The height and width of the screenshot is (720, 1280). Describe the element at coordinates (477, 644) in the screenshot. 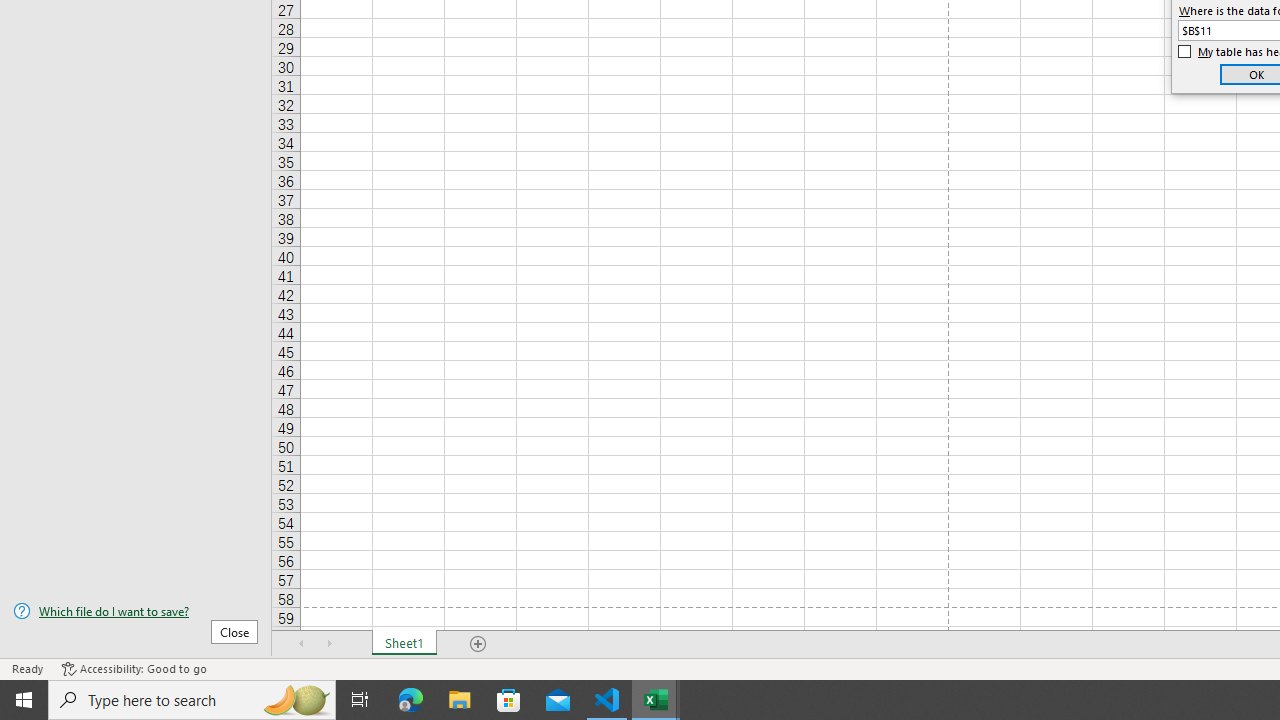

I see `'Add Sheet'` at that location.